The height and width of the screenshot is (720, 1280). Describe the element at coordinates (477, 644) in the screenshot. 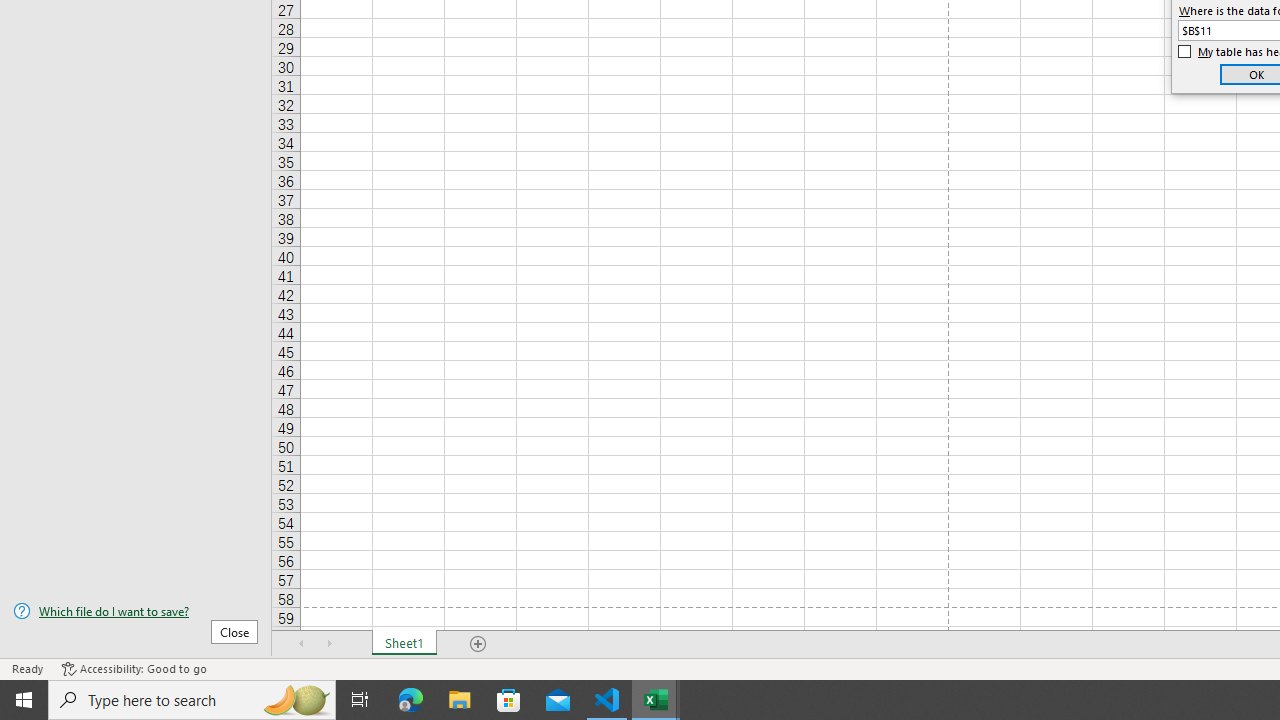

I see `'Add Sheet'` at that location.